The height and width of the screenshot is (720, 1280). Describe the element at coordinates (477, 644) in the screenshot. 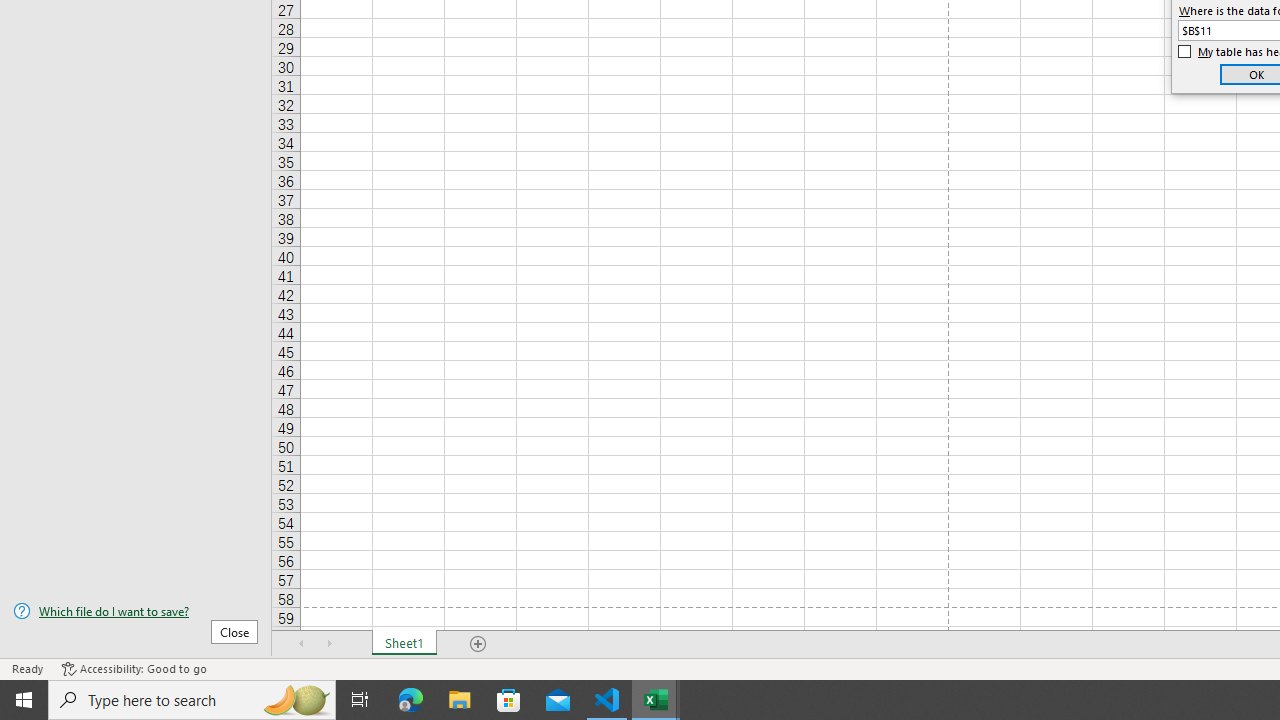

I see `'Add Sheet'` at that location.